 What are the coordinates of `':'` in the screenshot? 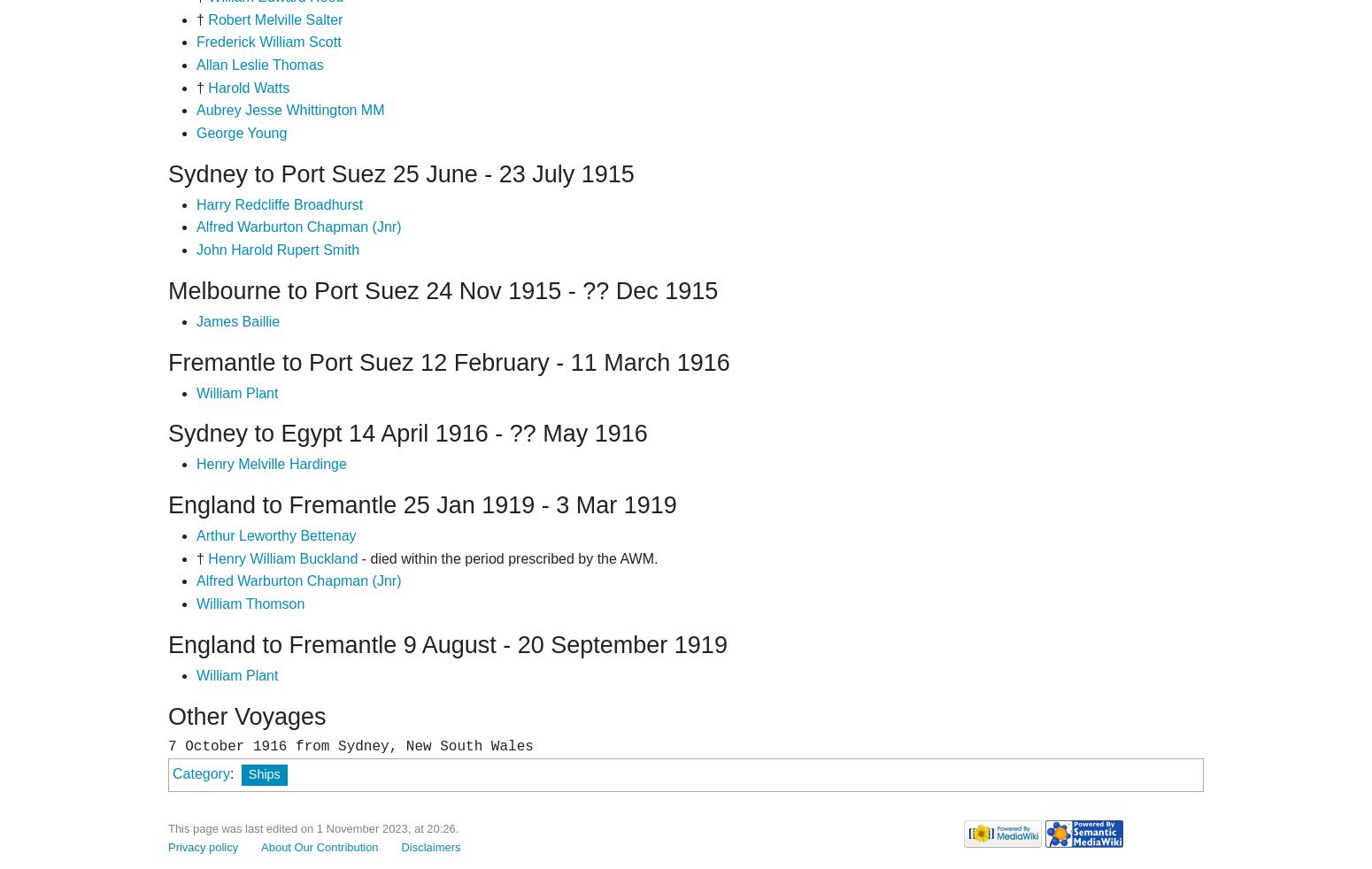 It's located at (233, 773).